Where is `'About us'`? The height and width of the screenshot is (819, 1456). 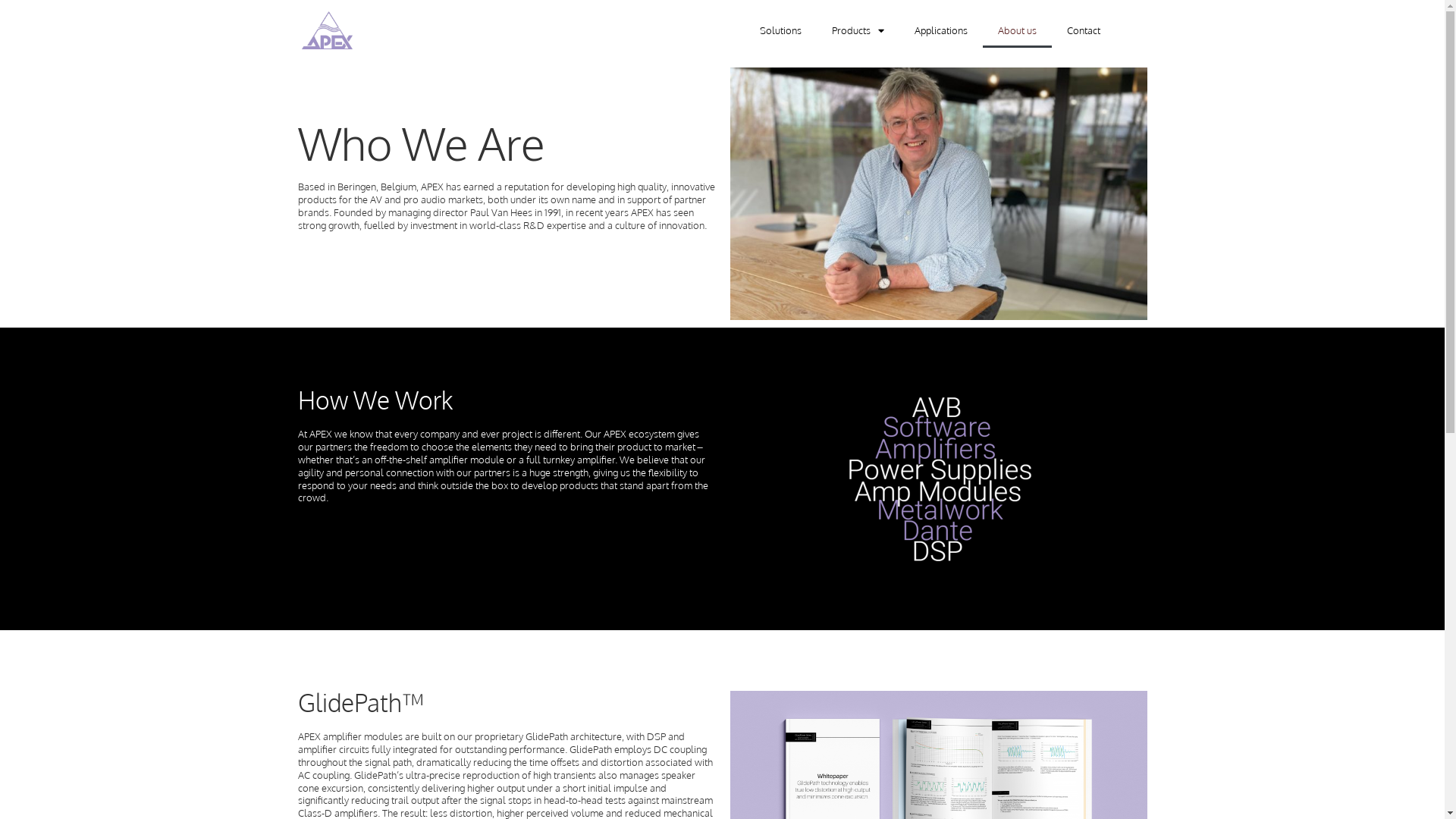
'About us' is located at coordinates (1017, 30).